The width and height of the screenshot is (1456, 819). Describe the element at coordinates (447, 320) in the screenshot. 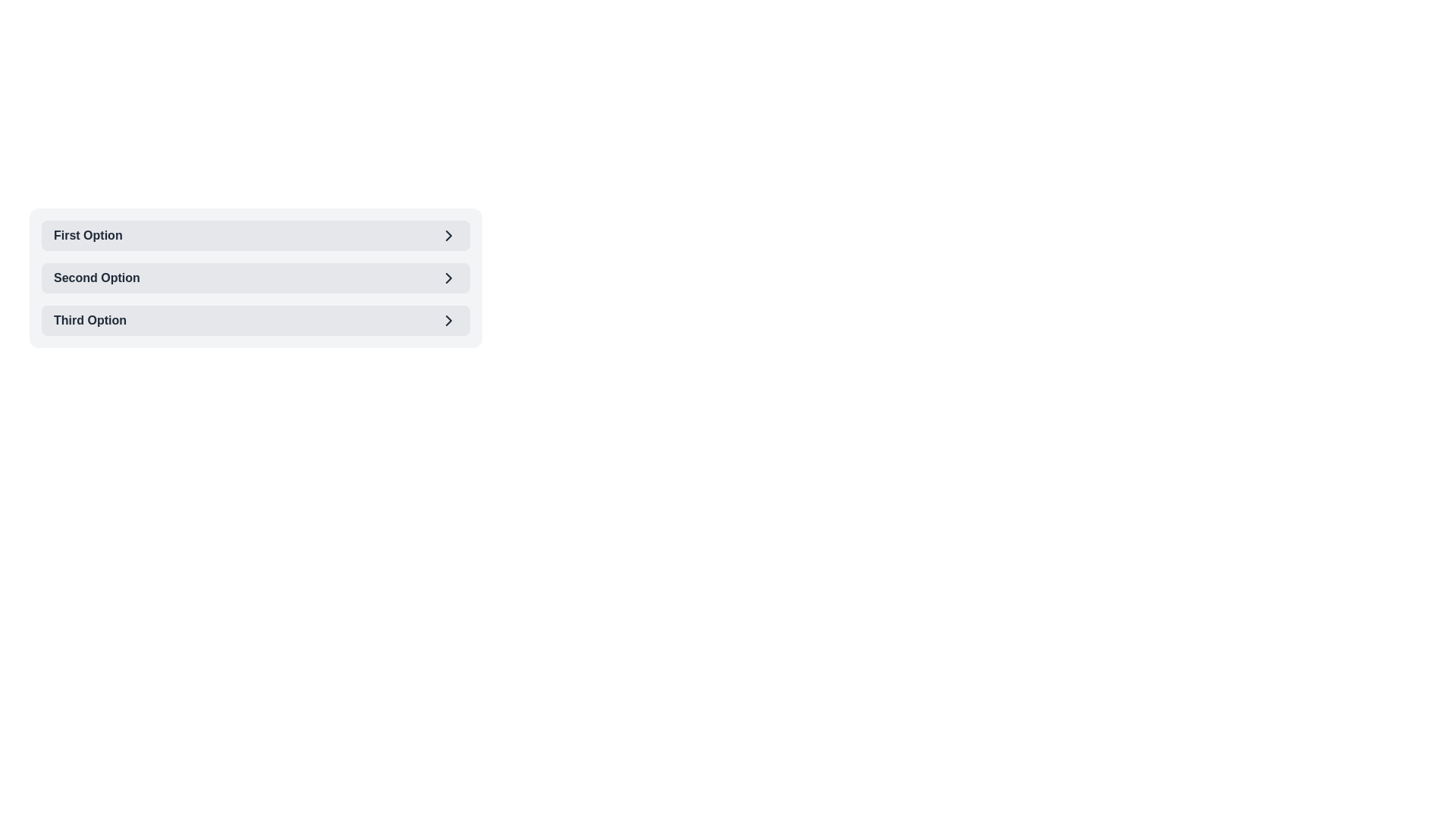

I see `the chevron icon located at the far right edge of the third row labeled 'Third Option' to interact with it` at that location.